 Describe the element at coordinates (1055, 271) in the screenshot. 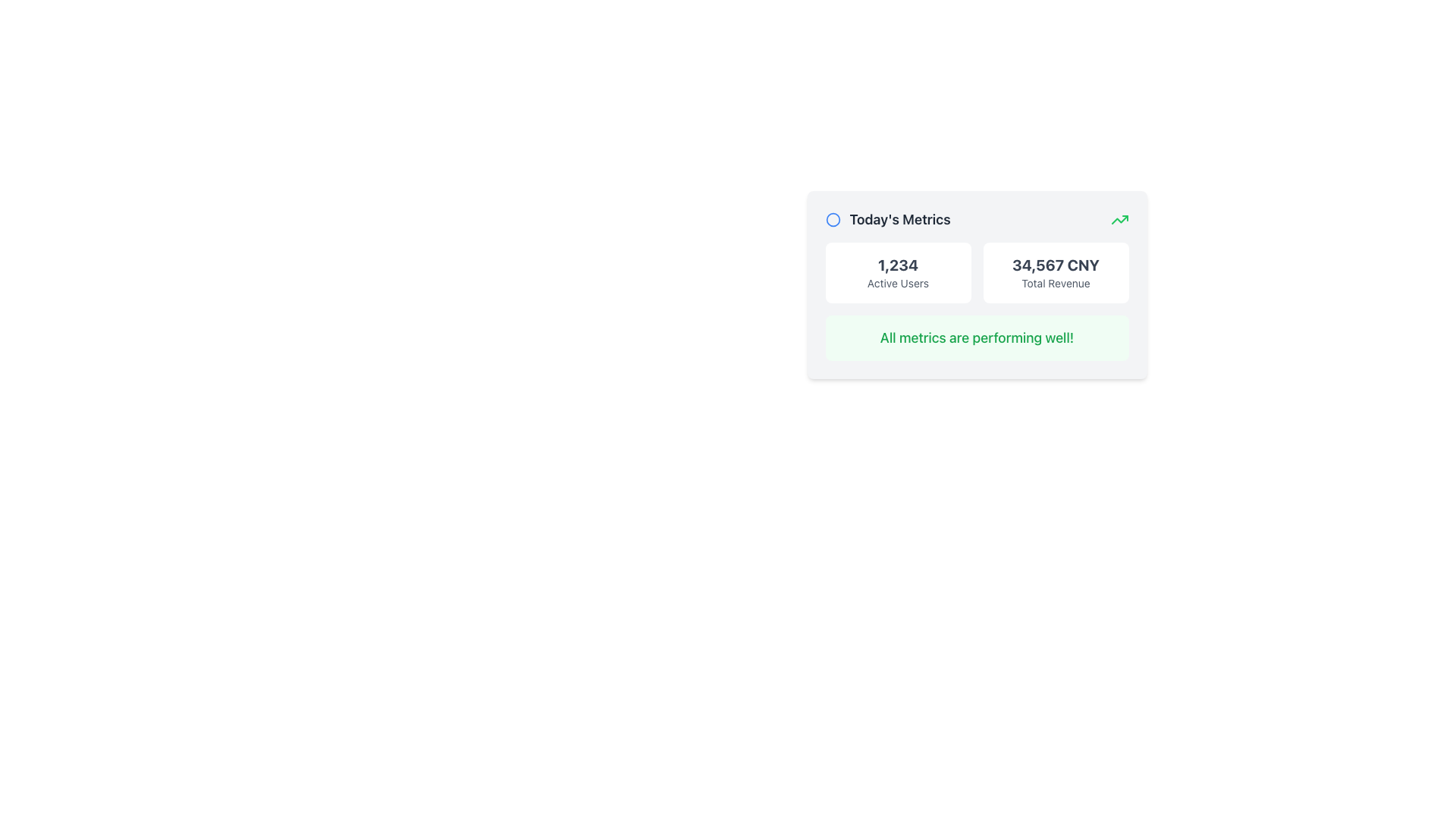

I see `displayed financial metric '34,567 CNY' from the Text Display Card, which is a rounded rectangular card showing total revenue in bold dark gray text` at that location.